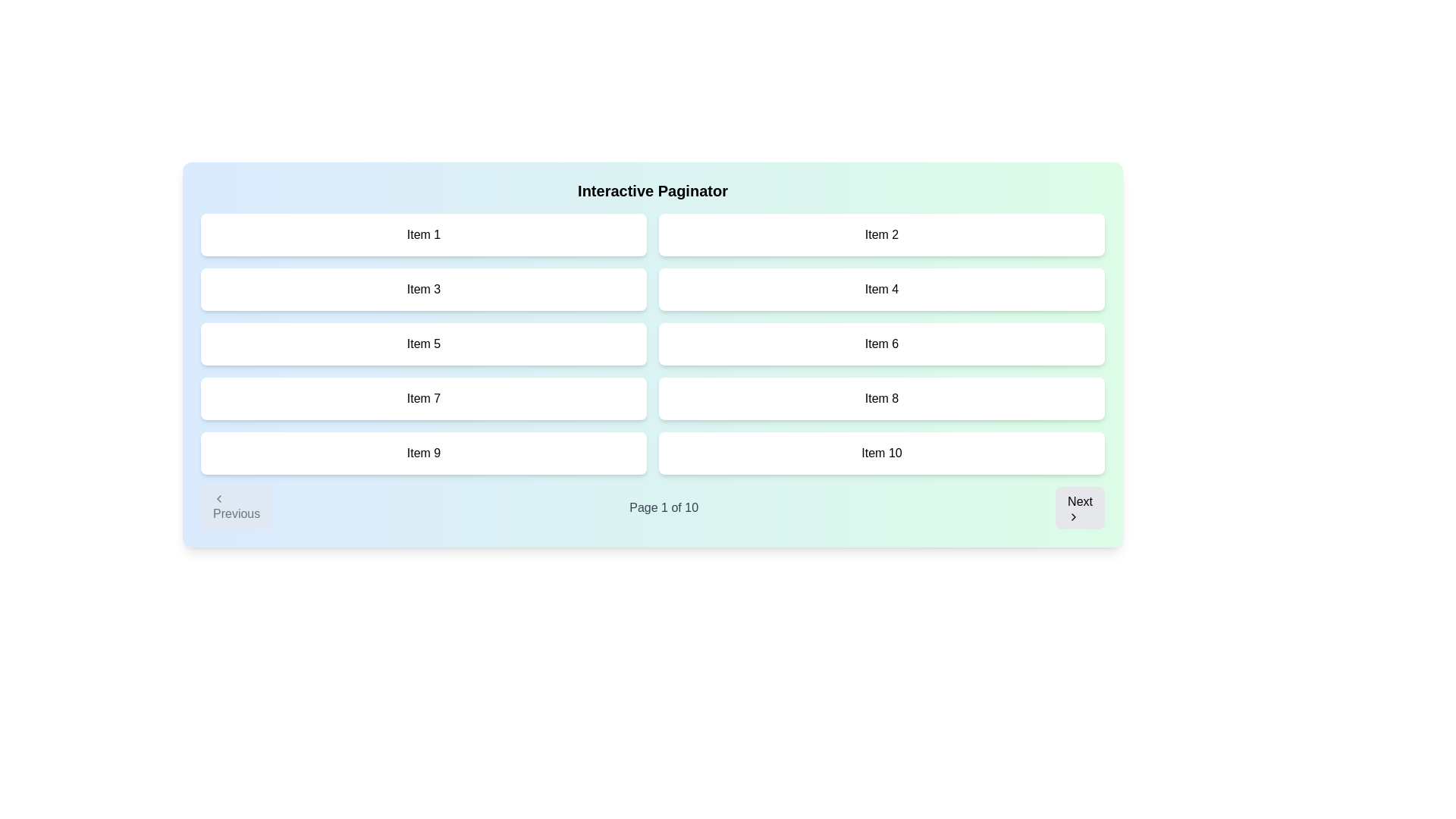 The image size is (1456, 819). What do you see at coordinates (423, 452) in the screenshot?
I see `the ninth item label in the left column of the two-column layout, located at the specified coordinates` at bounding box center [423, 452].